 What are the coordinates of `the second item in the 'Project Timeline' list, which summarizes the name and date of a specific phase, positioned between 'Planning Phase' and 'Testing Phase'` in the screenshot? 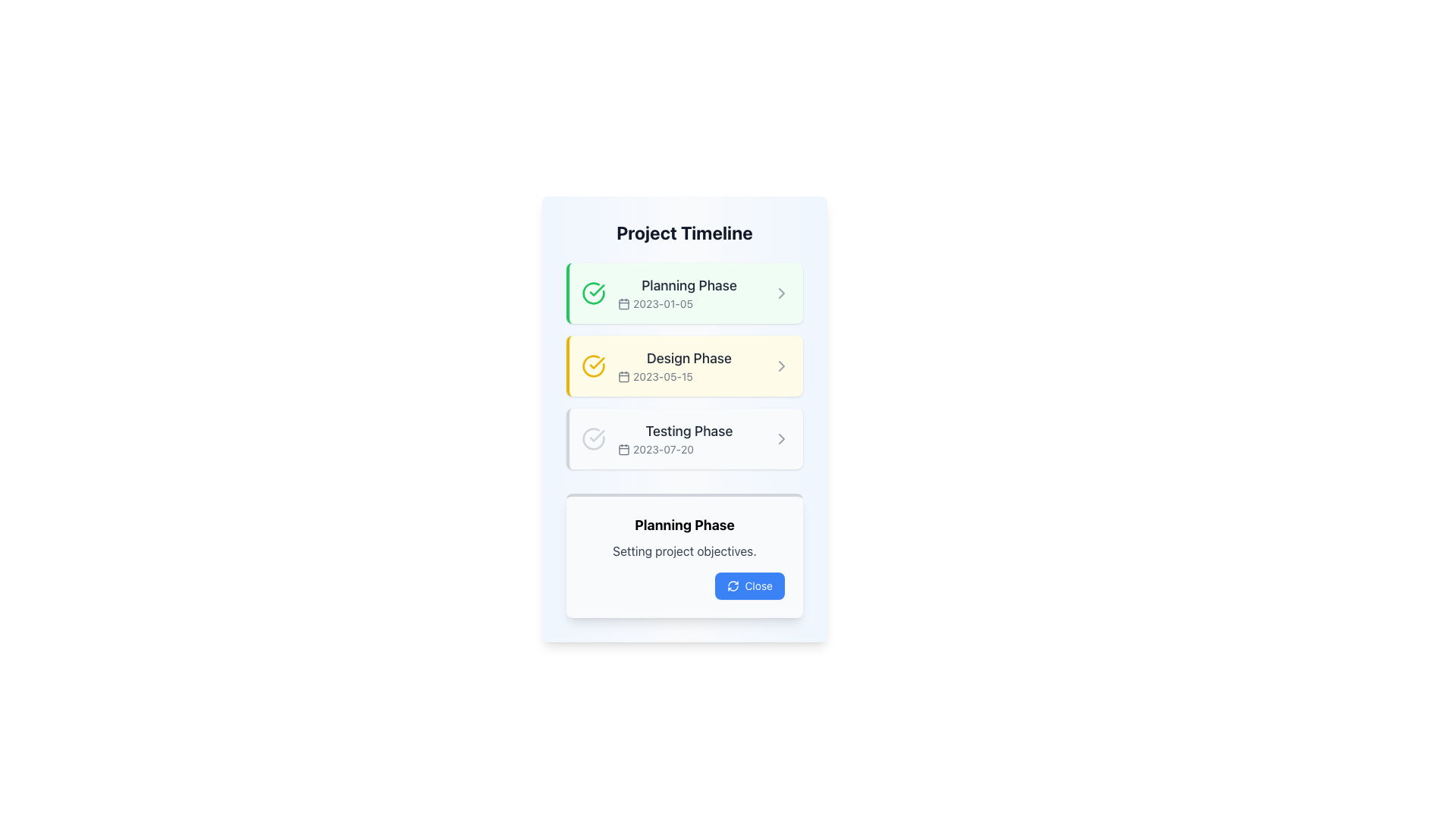 It's located at (683, 366).